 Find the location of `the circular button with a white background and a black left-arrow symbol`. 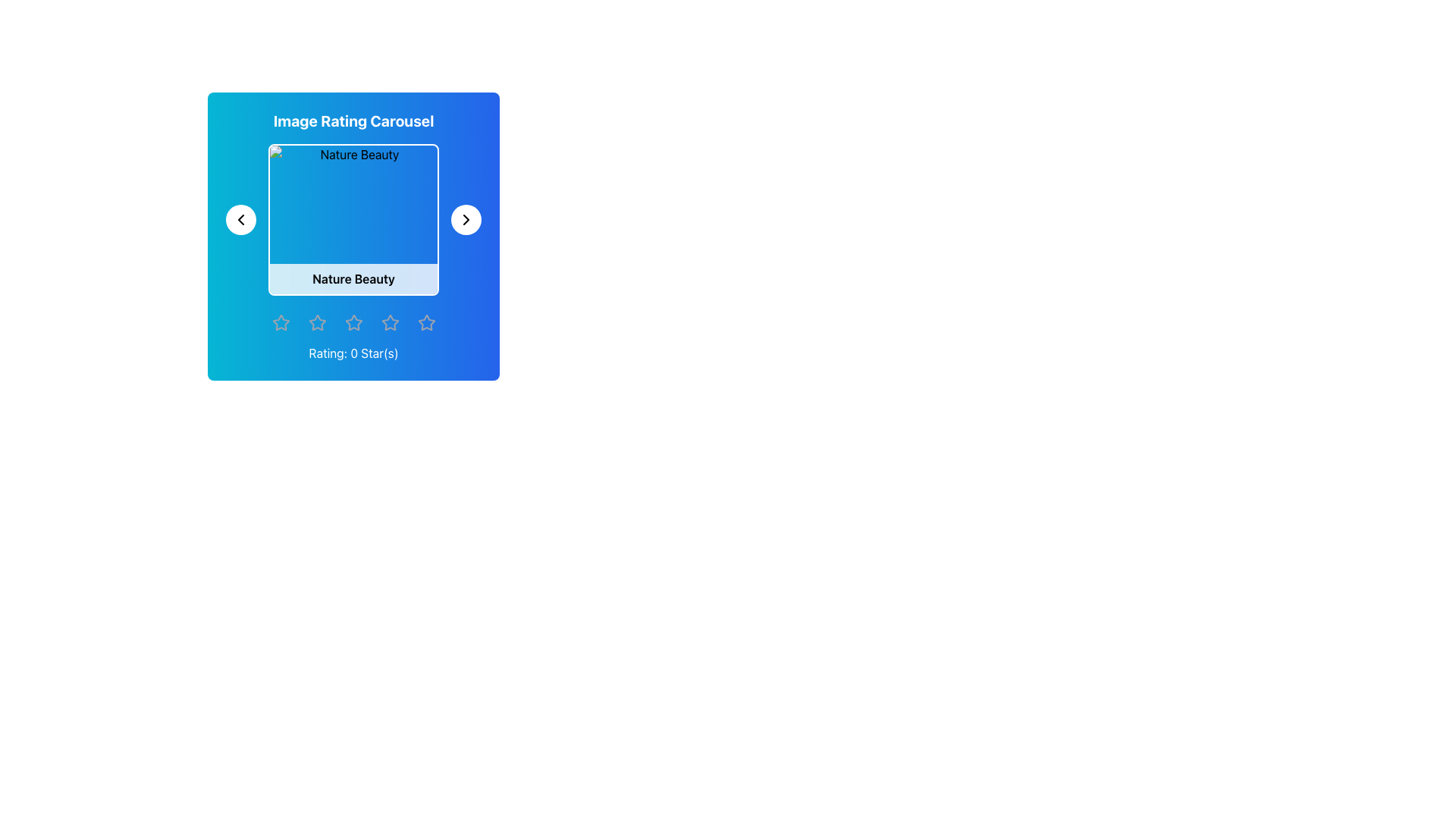

the circular button with a white background and a black left-arrow symbol is located at coordinates (240, 219).